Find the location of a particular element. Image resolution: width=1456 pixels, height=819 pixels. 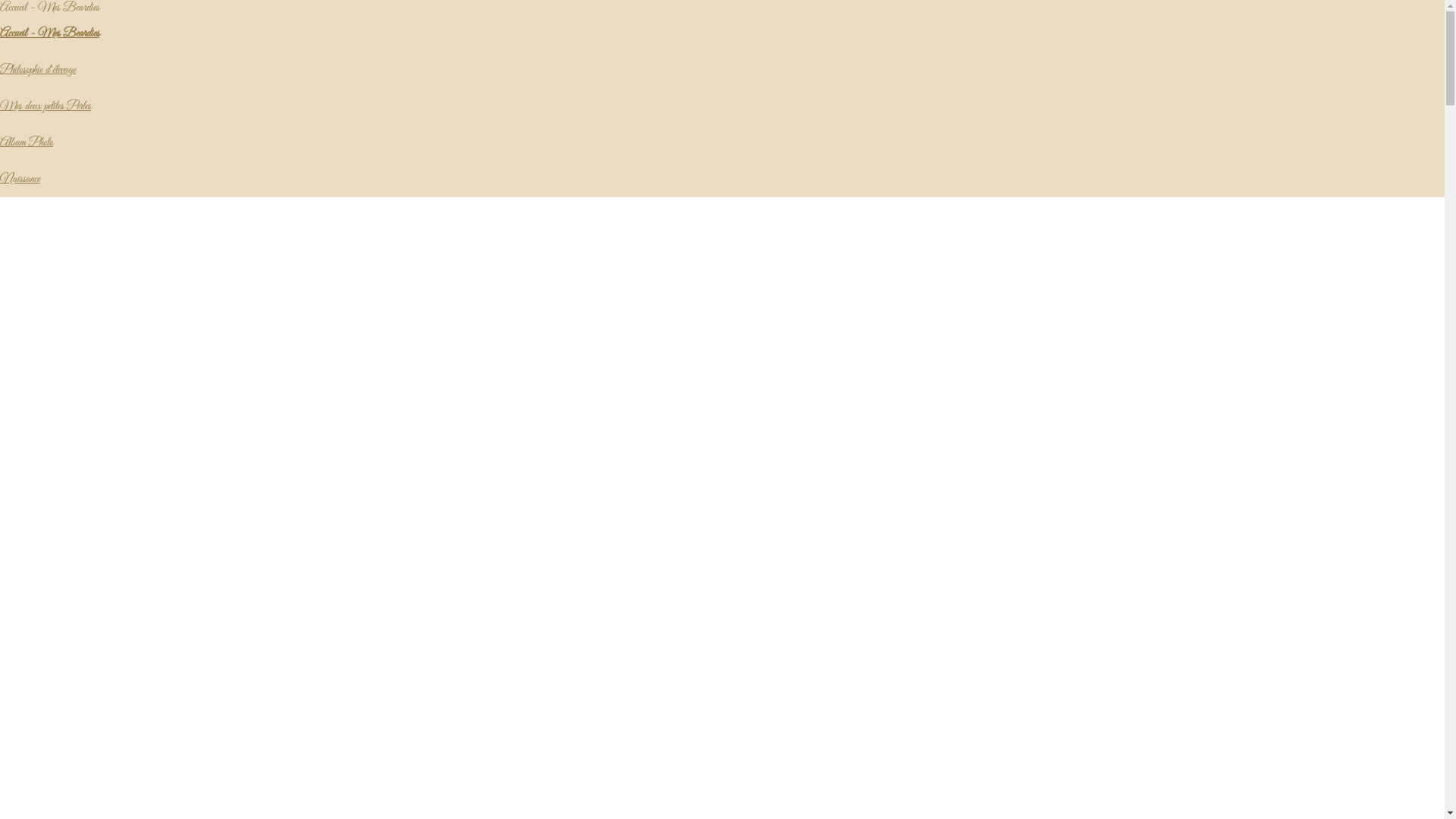

'Naissance' is located at coordinates (20, 177).